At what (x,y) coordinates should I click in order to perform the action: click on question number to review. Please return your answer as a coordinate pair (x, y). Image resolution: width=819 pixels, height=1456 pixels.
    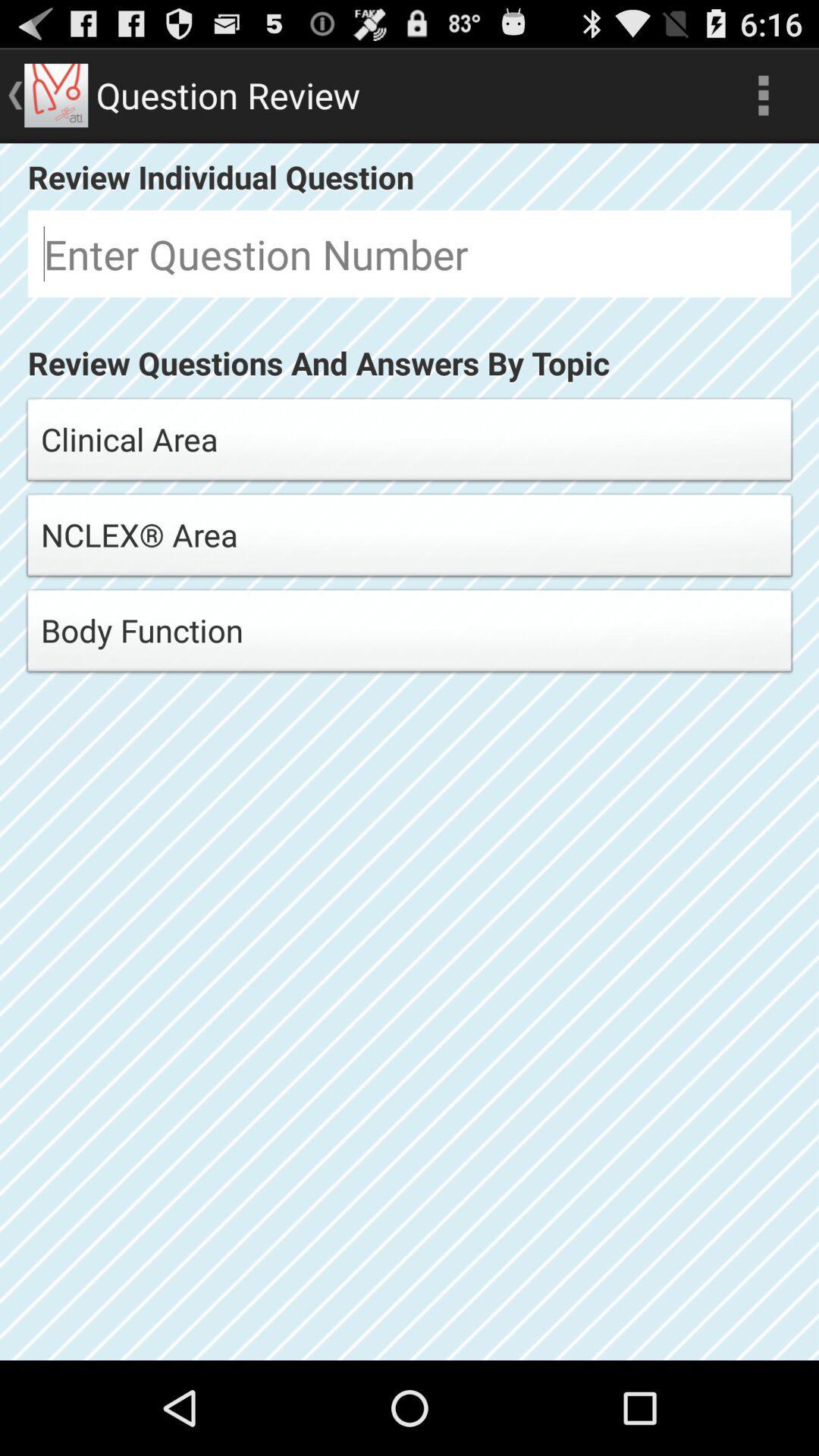
    Looking at the image, I should click on (409, 253).